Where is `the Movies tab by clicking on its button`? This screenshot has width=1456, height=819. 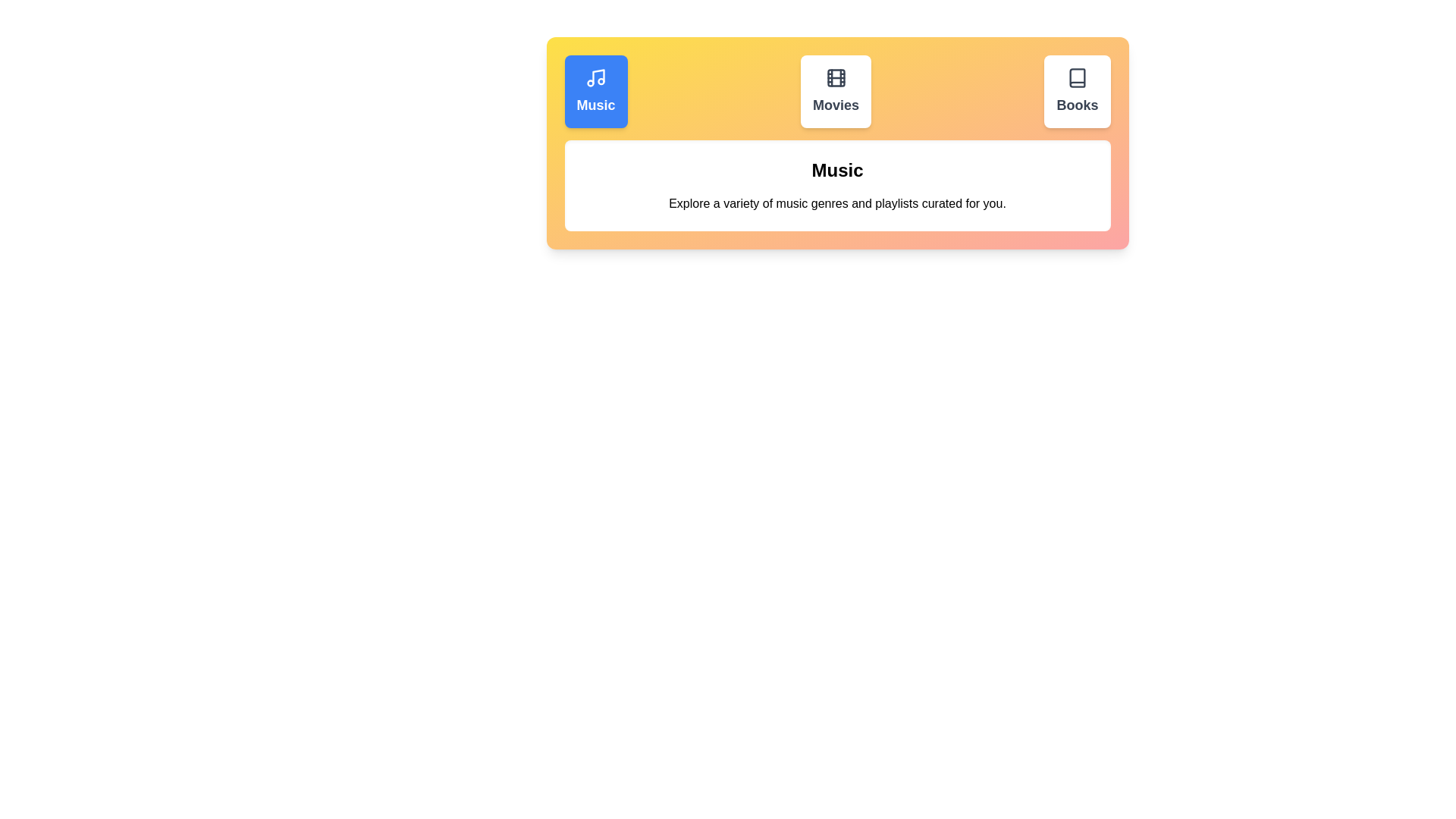
the Movies tab by clicking on its button is located at coordinates (835, 91).